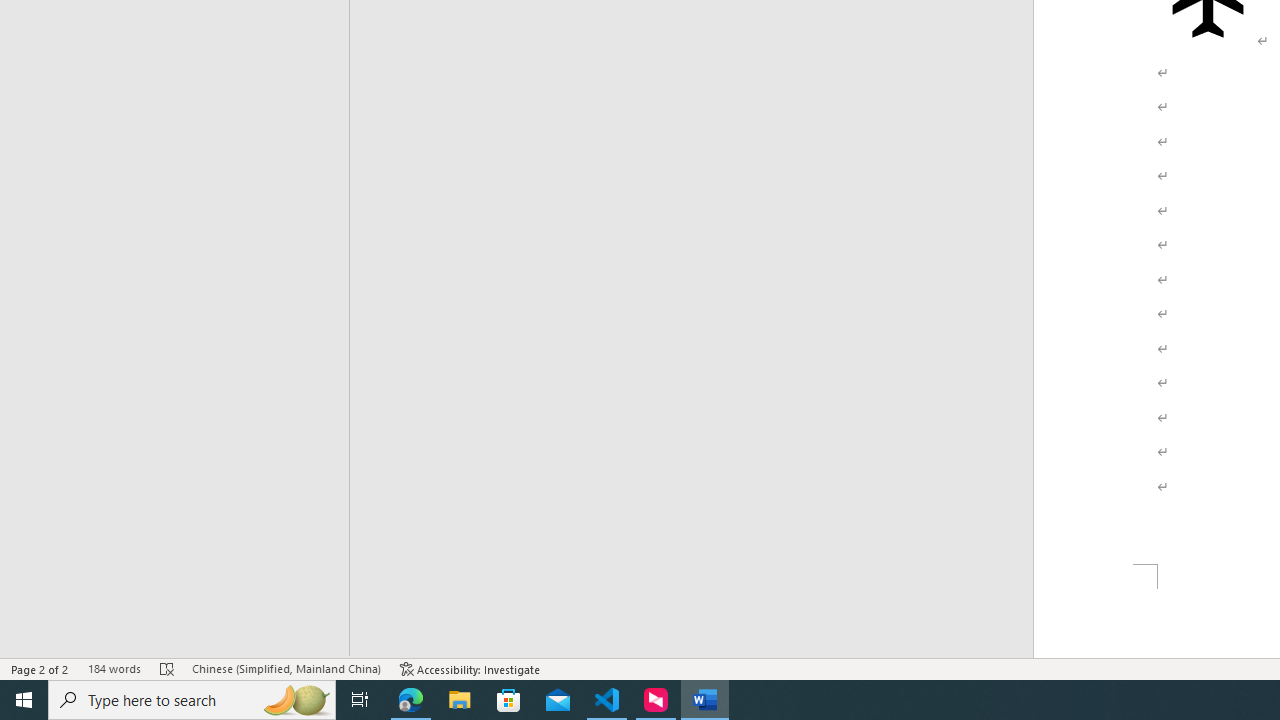  What do you see at coordinates (112, 669) in the screenshot?
I see `'Word Count 184 words'` at bounding box center [112, 669].